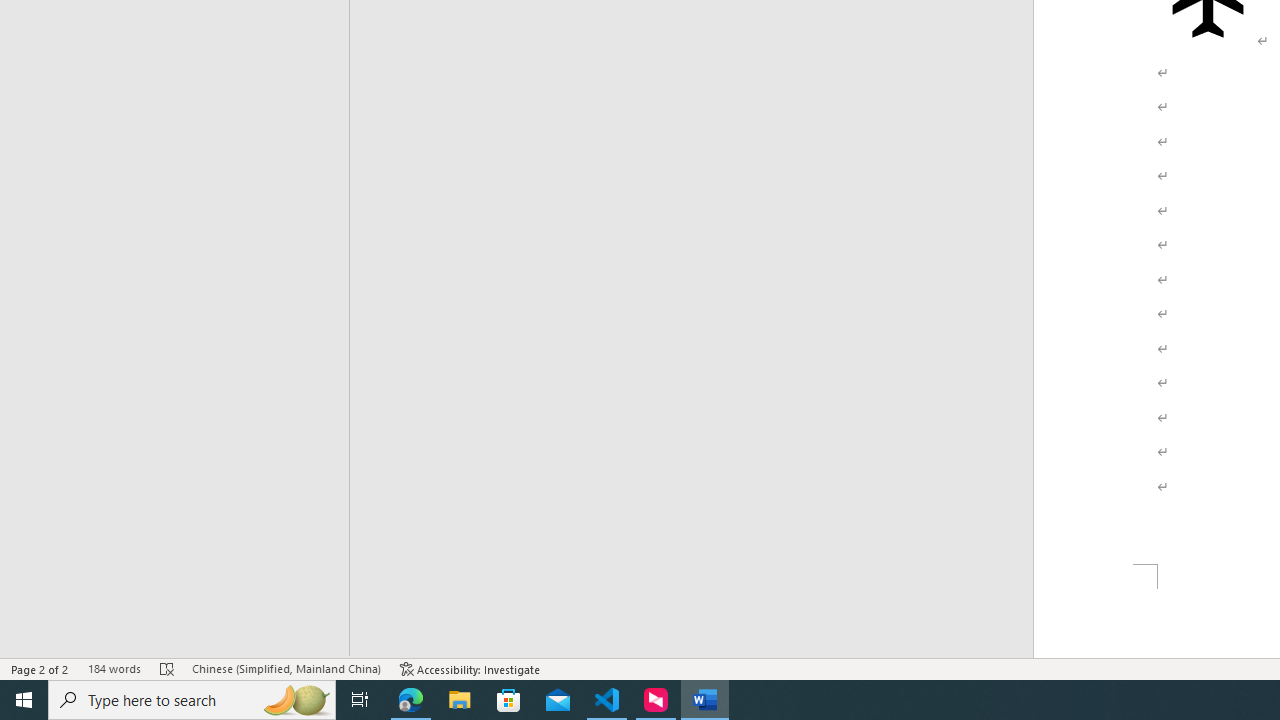  What do you see at coordinates (112, 669) in the screenshot?
I see `'Word Count 184 words'` at bounding box center [112, 669].